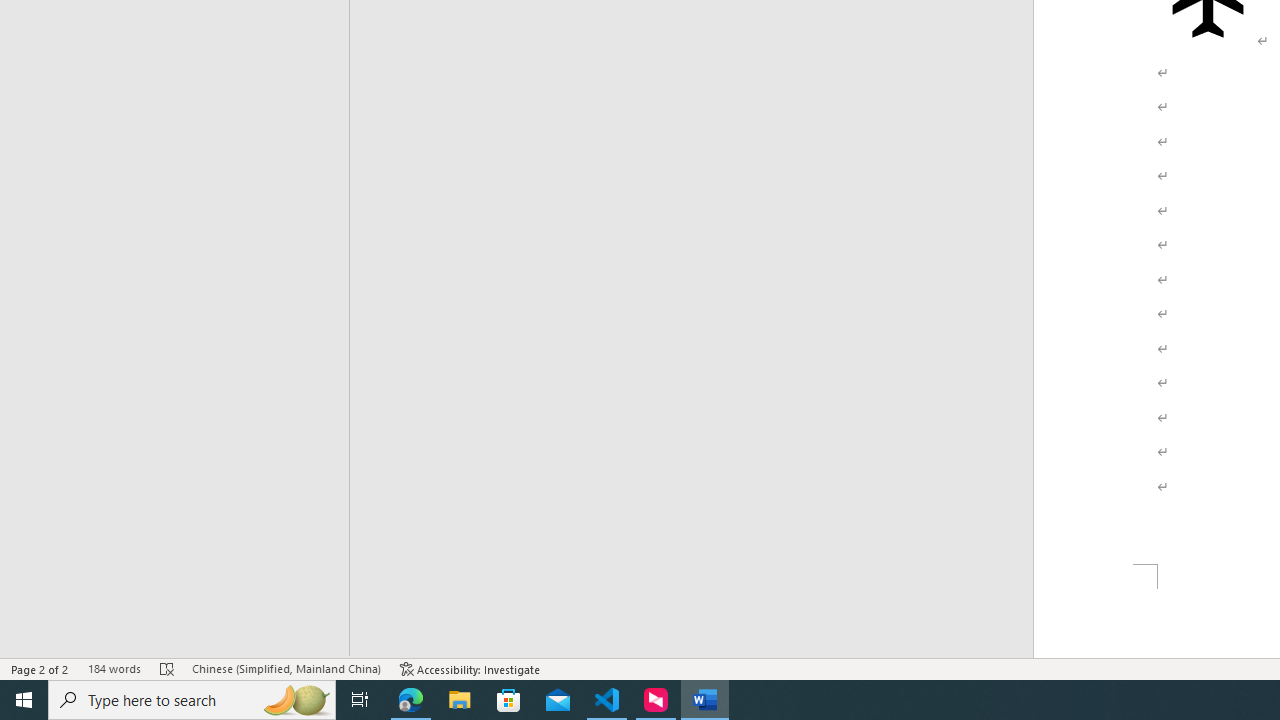  What do you see at coordinates (112, 669) in the screenshot?
I see `'Word Count 184 words'` at bounding box center [112, 669].